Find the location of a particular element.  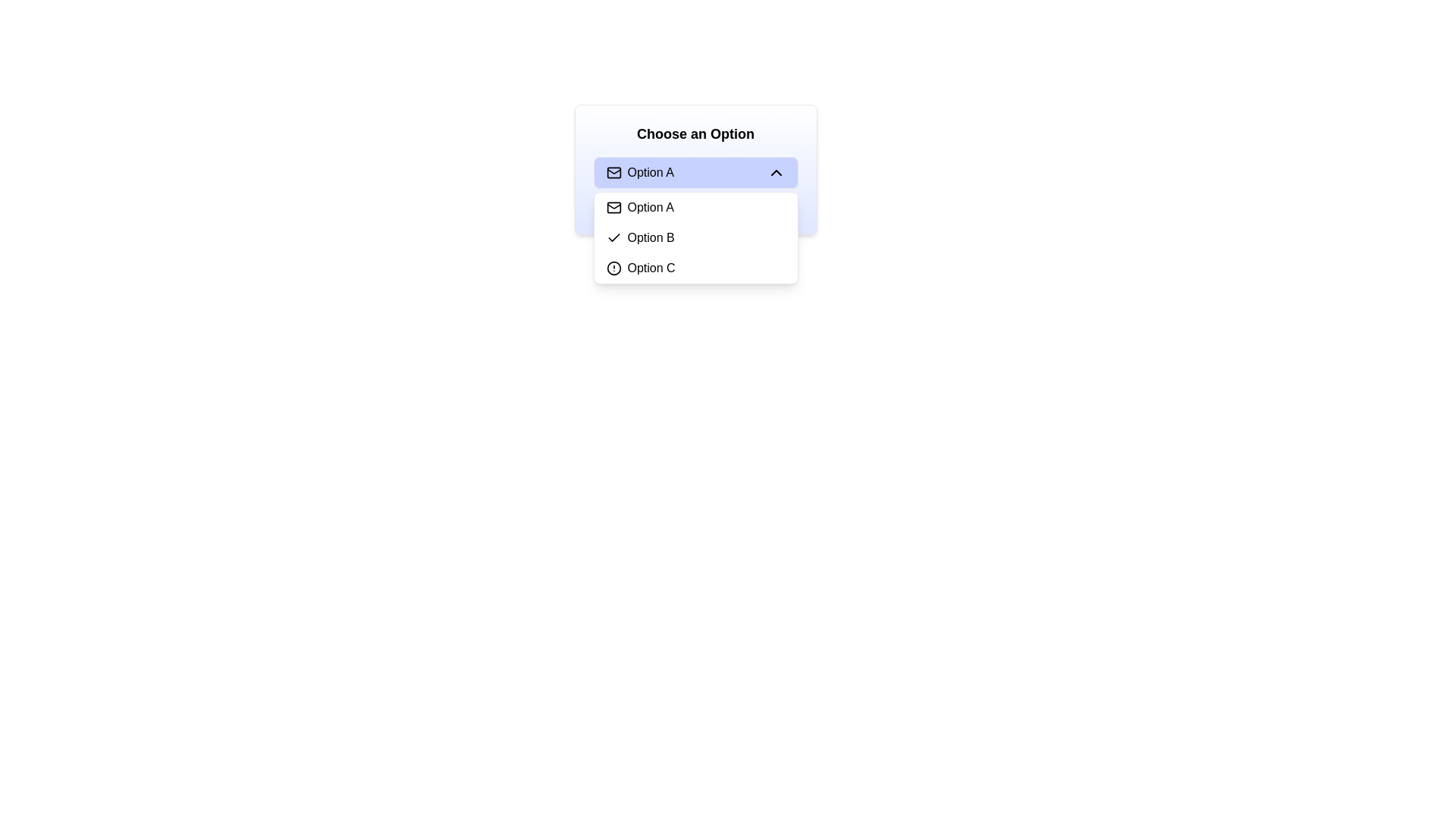

the circular warning icon located to the left of the 'Option C' label, which has a hollow center and a small vertical bar and dot in the middle is located at coordinates (613, 268).